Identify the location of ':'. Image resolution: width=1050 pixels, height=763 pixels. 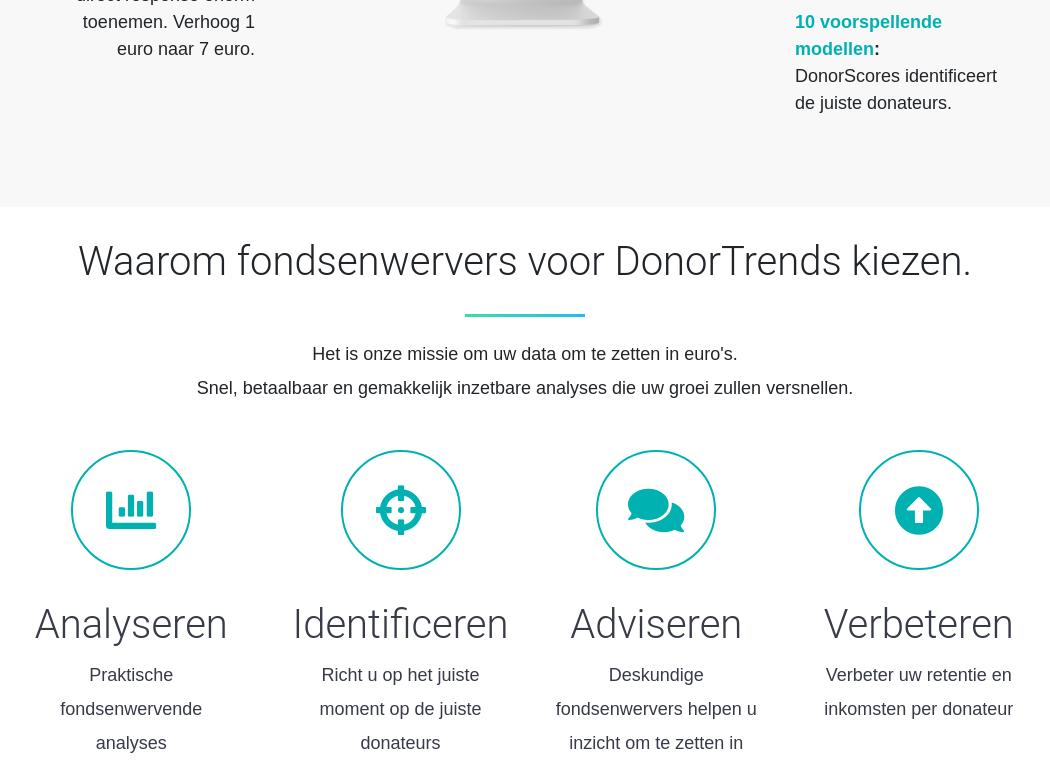
(875, 47).